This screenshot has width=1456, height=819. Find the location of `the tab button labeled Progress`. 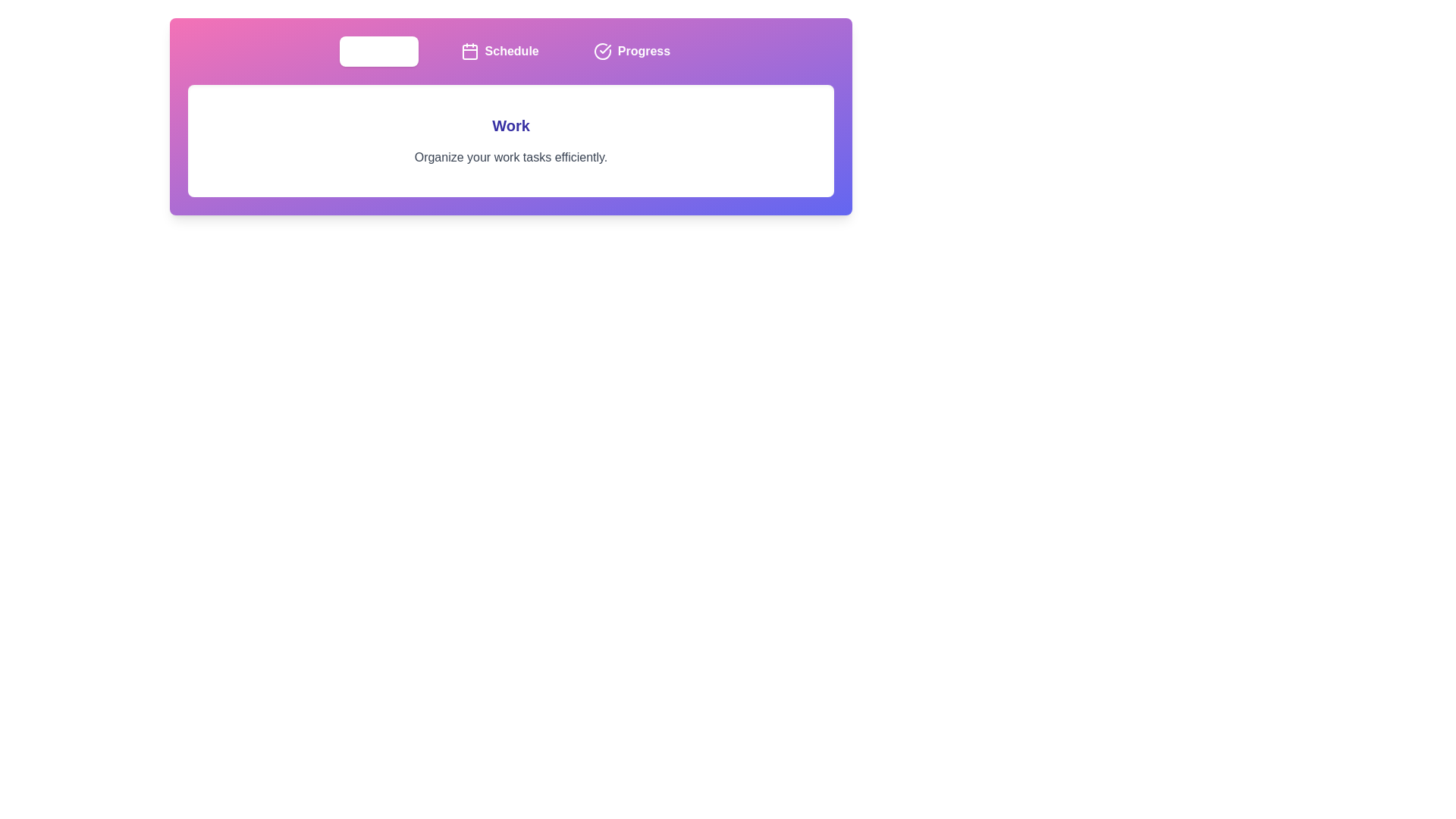

the tab button labeled Progress is located at coordinates (632, 51).